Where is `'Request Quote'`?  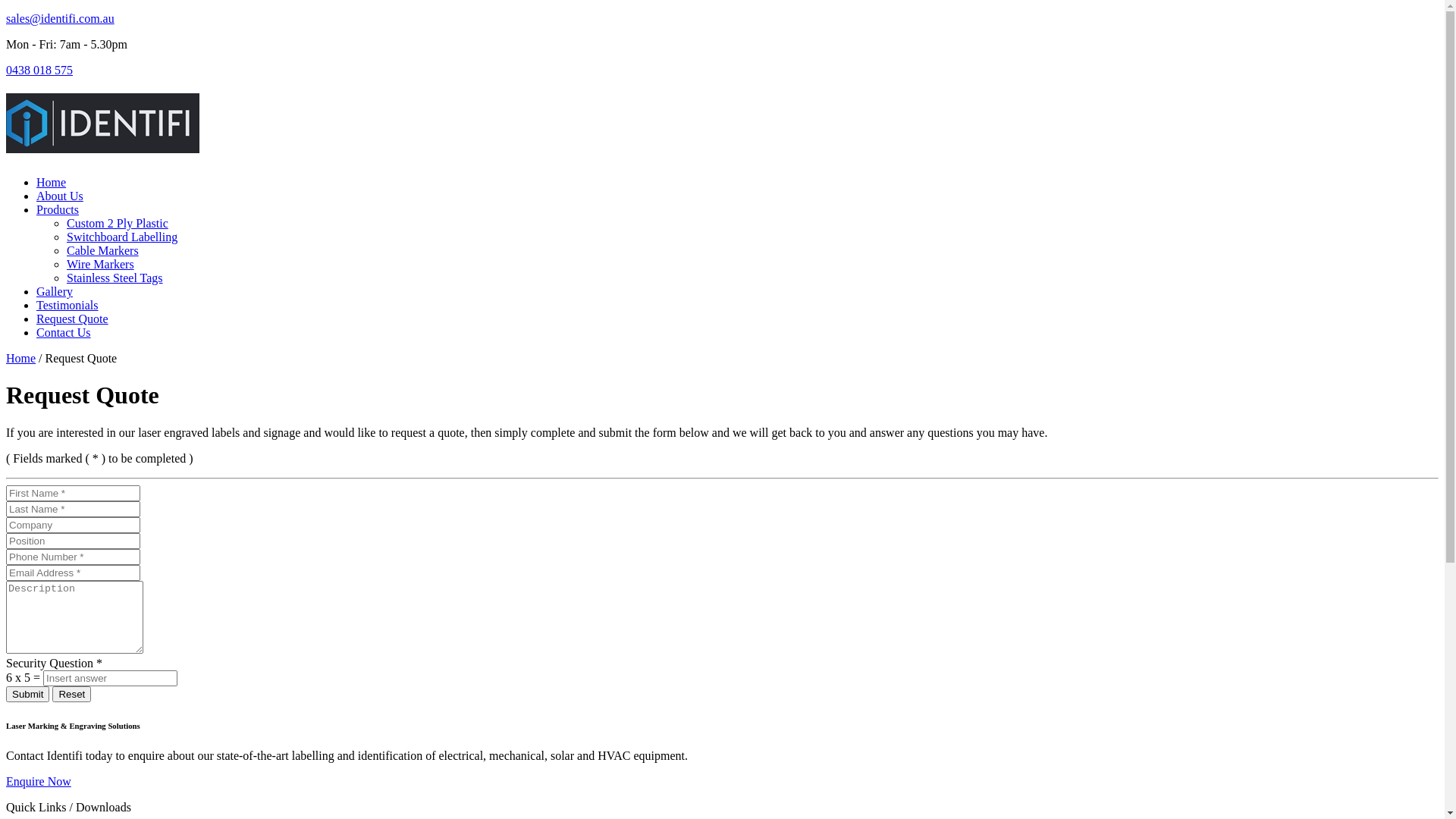
'Request Quote' is located at coordinates (36, 318).